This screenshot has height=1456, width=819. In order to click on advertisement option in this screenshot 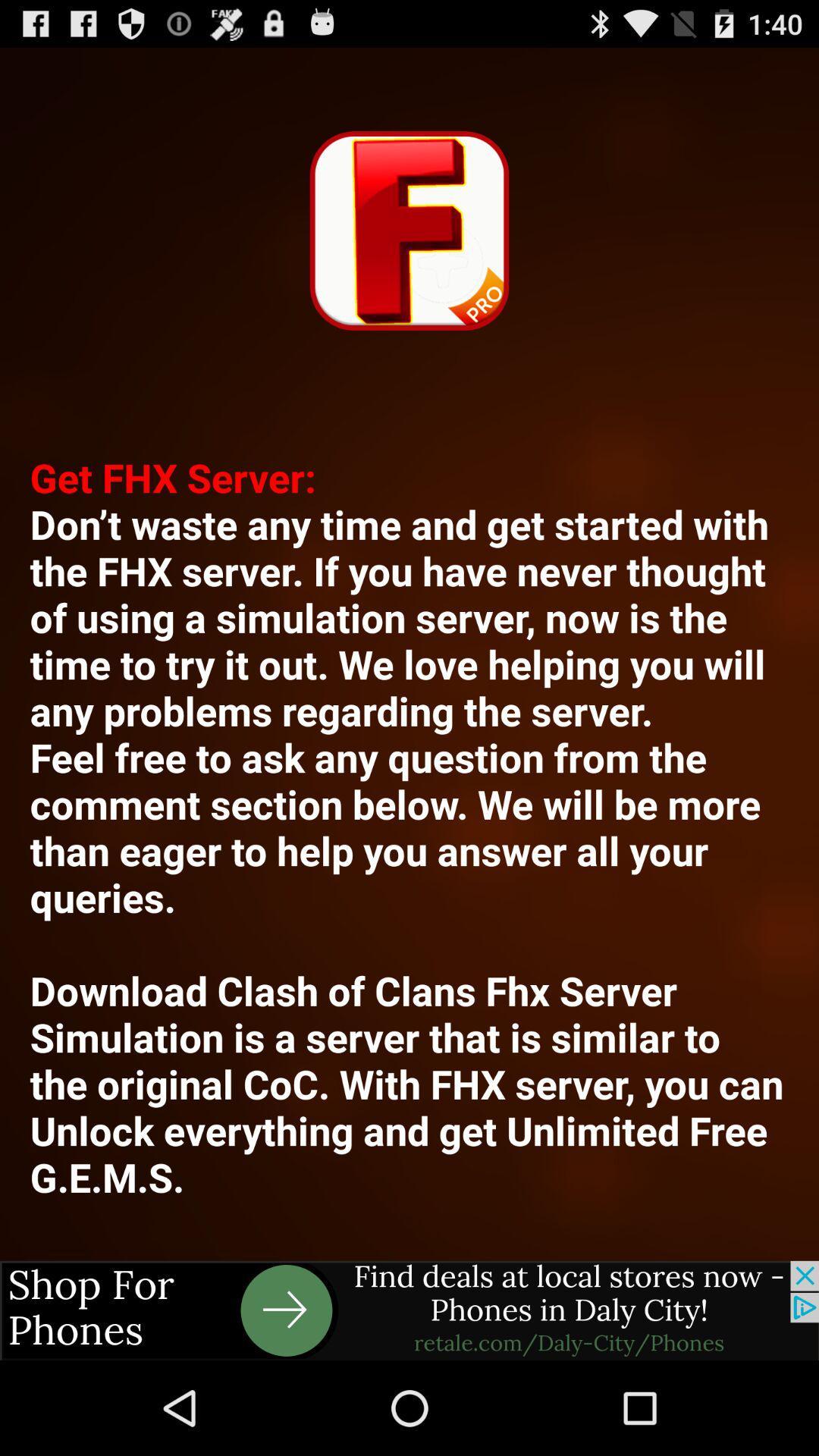, I will do `click(409, 1310)`.